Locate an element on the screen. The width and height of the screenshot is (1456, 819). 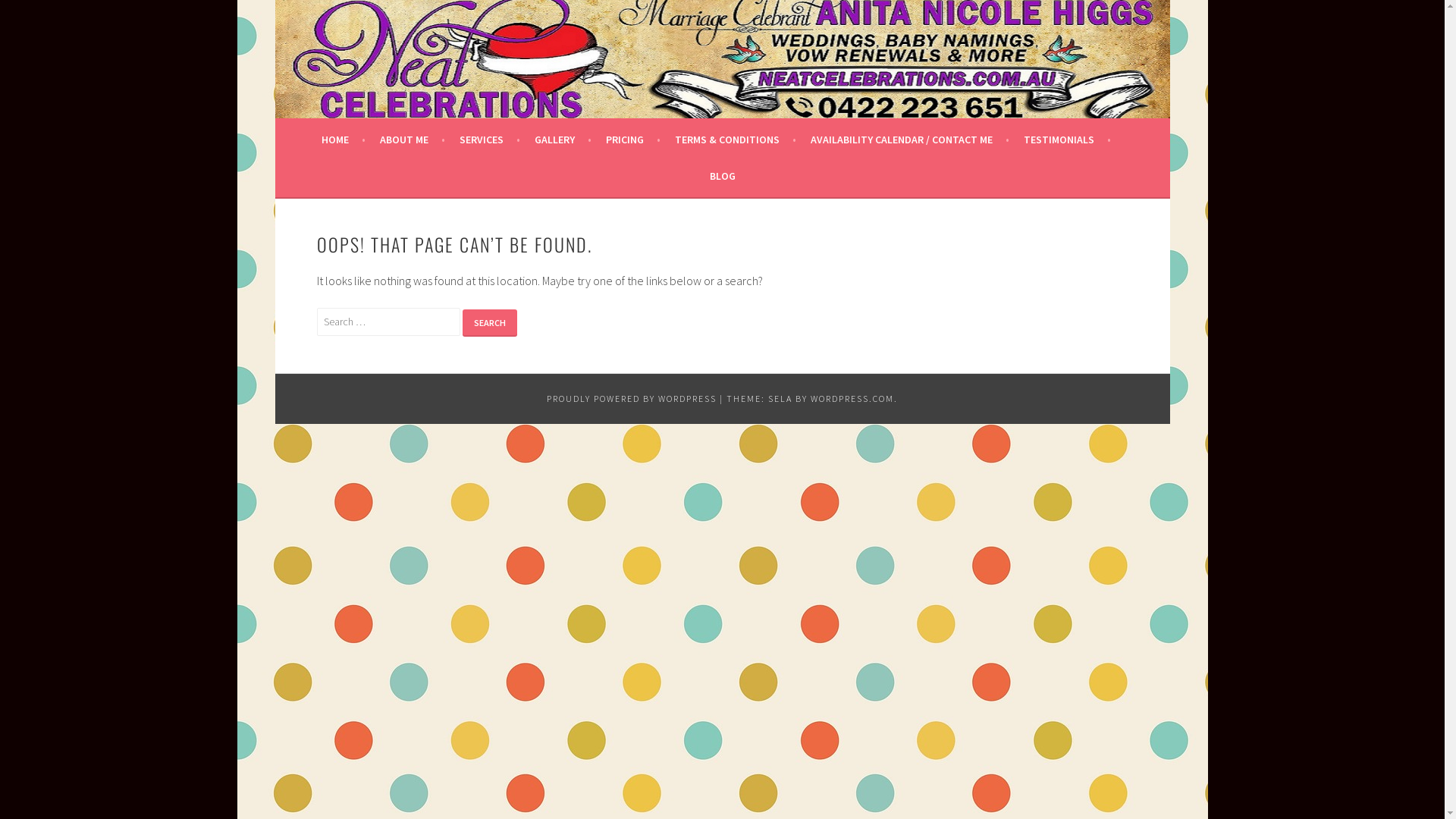
'WORDPRESS.COM' is located at coordinates (852, 397).